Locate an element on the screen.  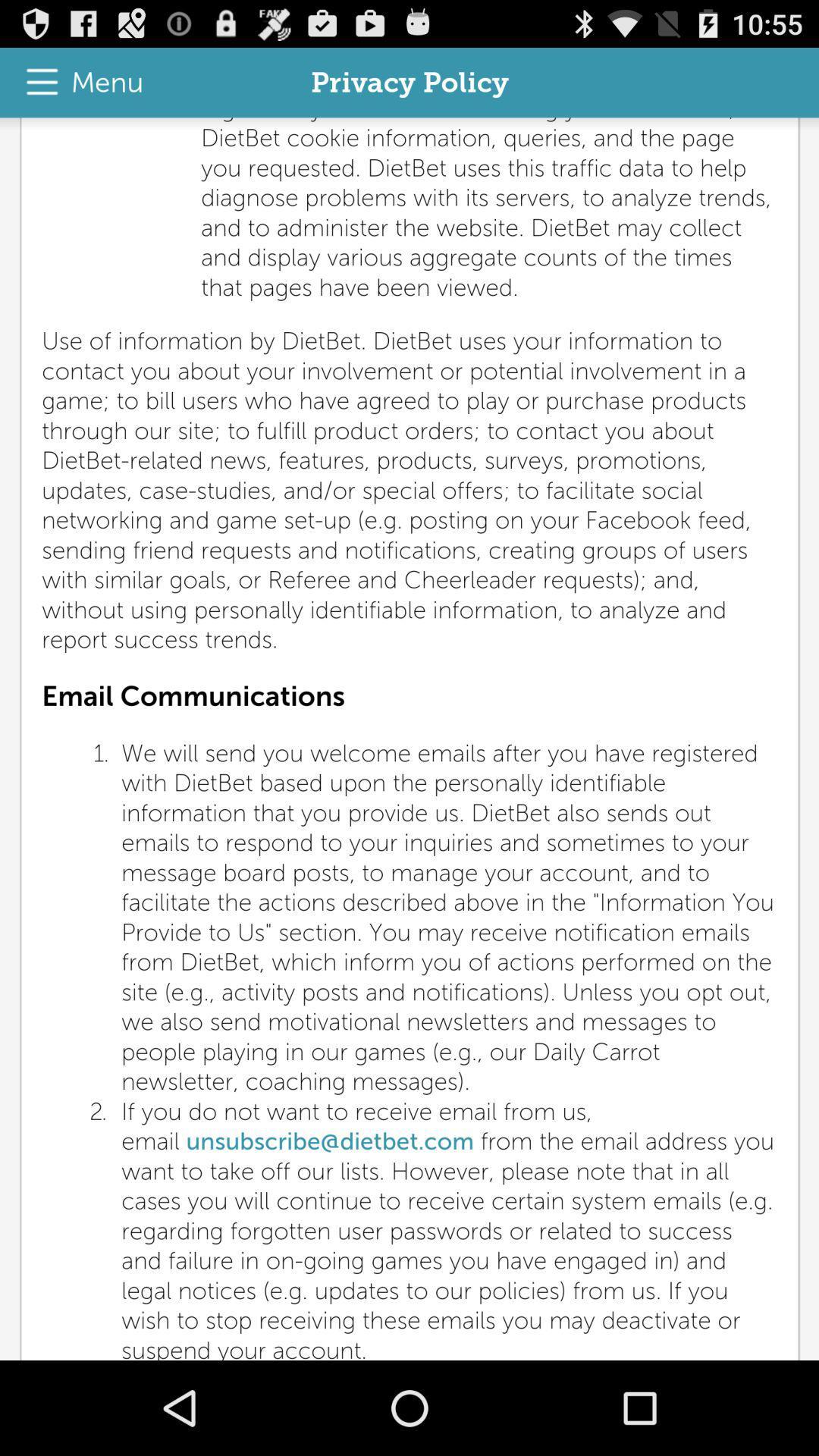
privacy policy is located at coordinates (409, 739).